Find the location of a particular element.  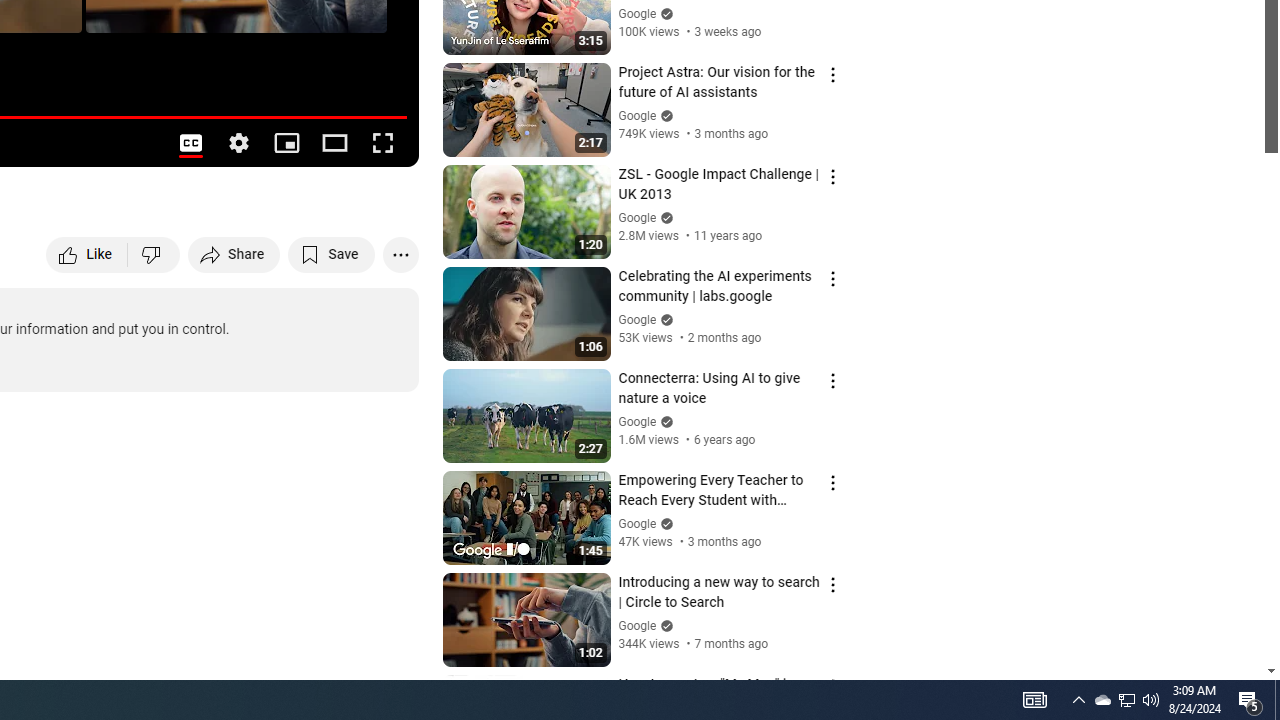

'Action menu' is located at coordinates (832, 686).